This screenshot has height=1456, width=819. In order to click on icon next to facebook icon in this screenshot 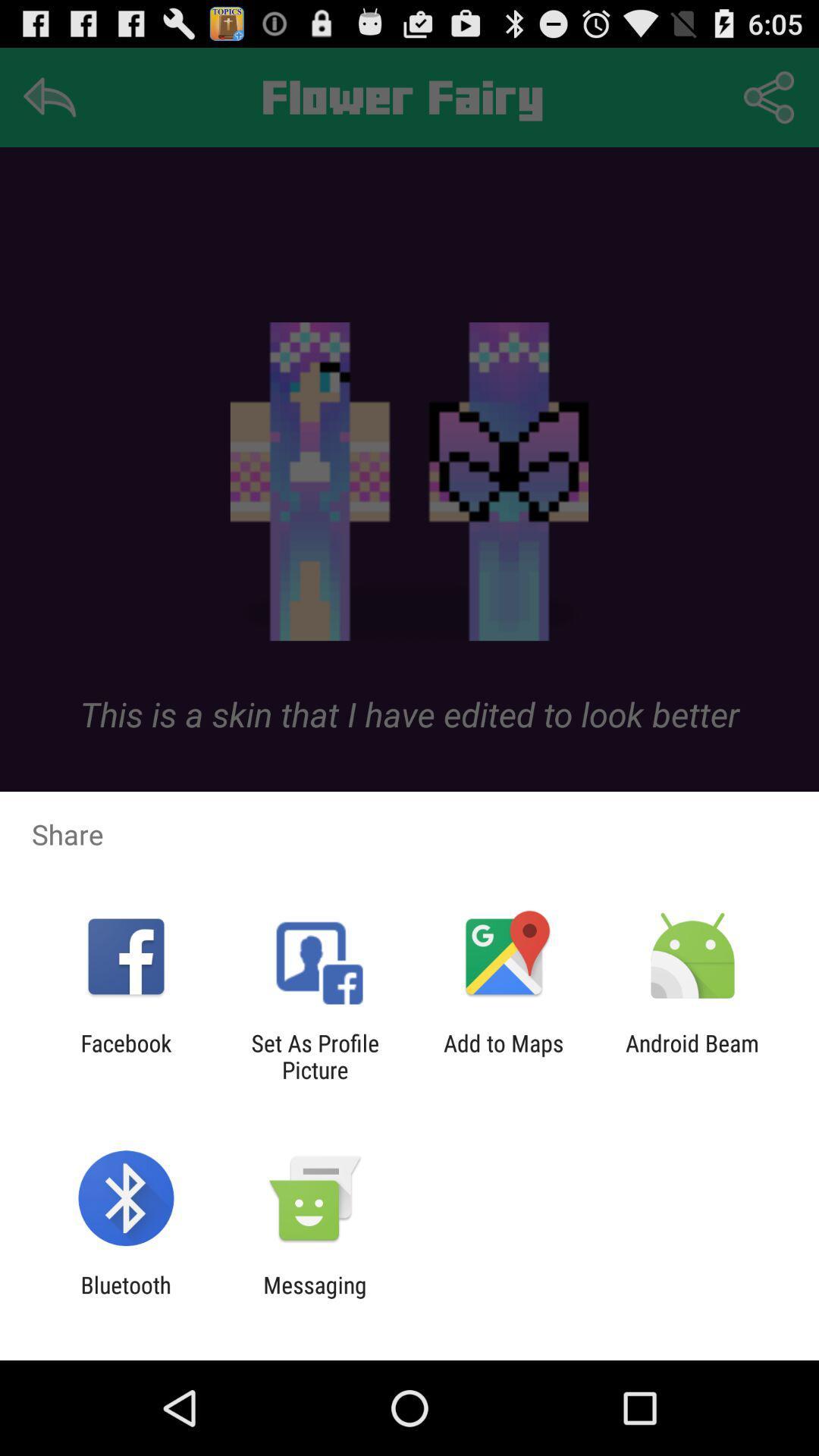, I will do `click(314, 1056)`.